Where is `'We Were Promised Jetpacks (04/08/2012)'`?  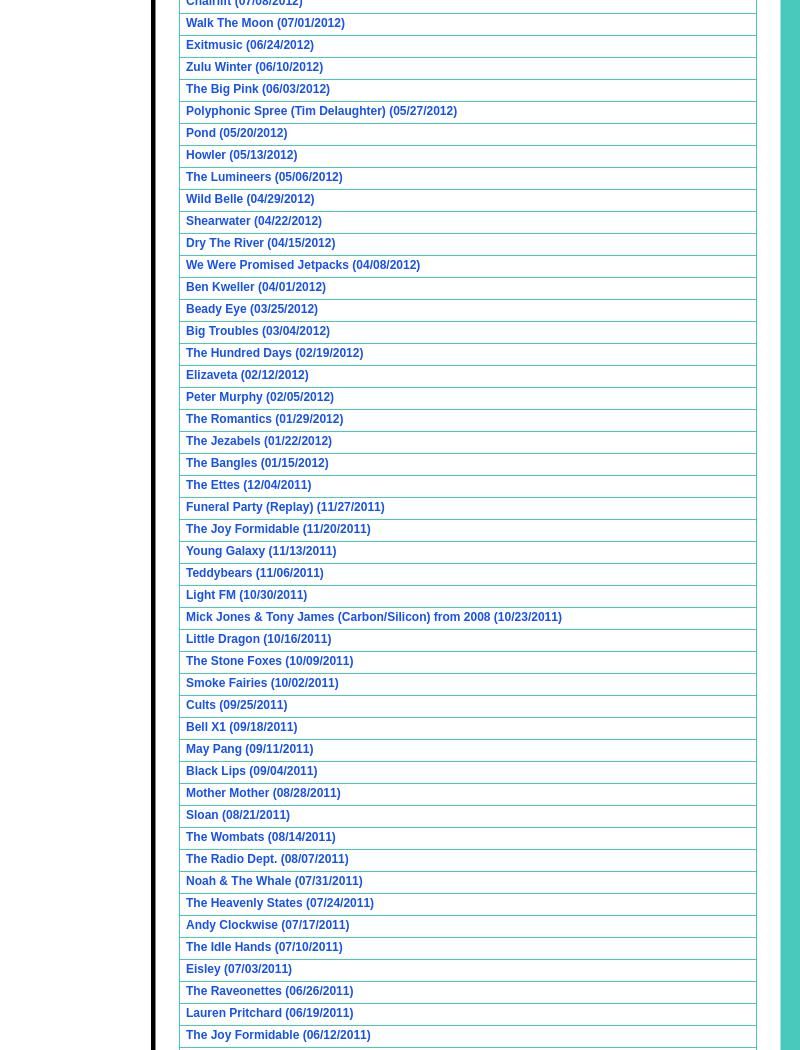
'We Were Promised Jetpacks (04/08/2012)' is located at coordinates (302, 264).